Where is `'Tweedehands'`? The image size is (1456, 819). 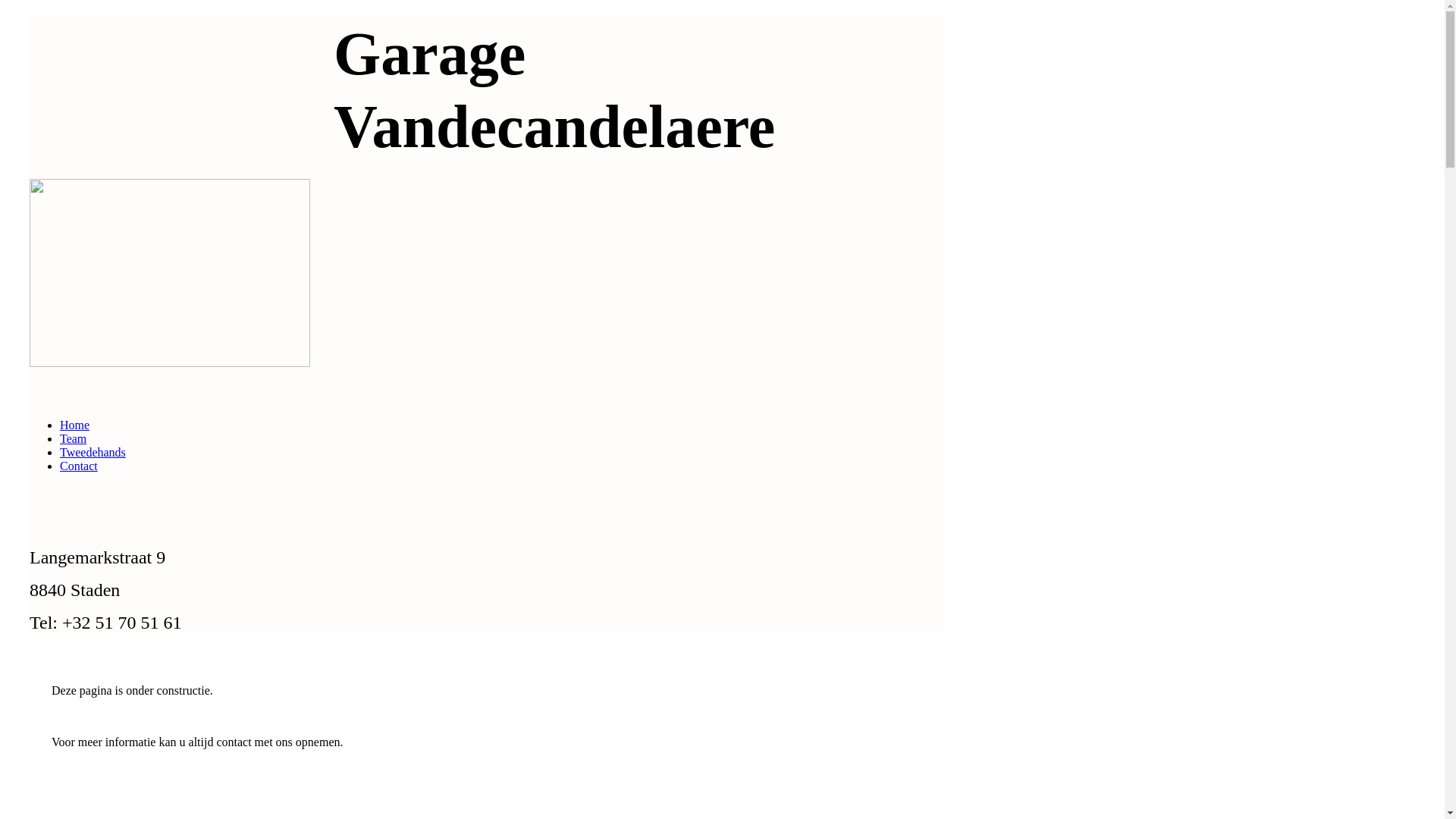
'Tweedehands' is located at coordinates (92, 451).